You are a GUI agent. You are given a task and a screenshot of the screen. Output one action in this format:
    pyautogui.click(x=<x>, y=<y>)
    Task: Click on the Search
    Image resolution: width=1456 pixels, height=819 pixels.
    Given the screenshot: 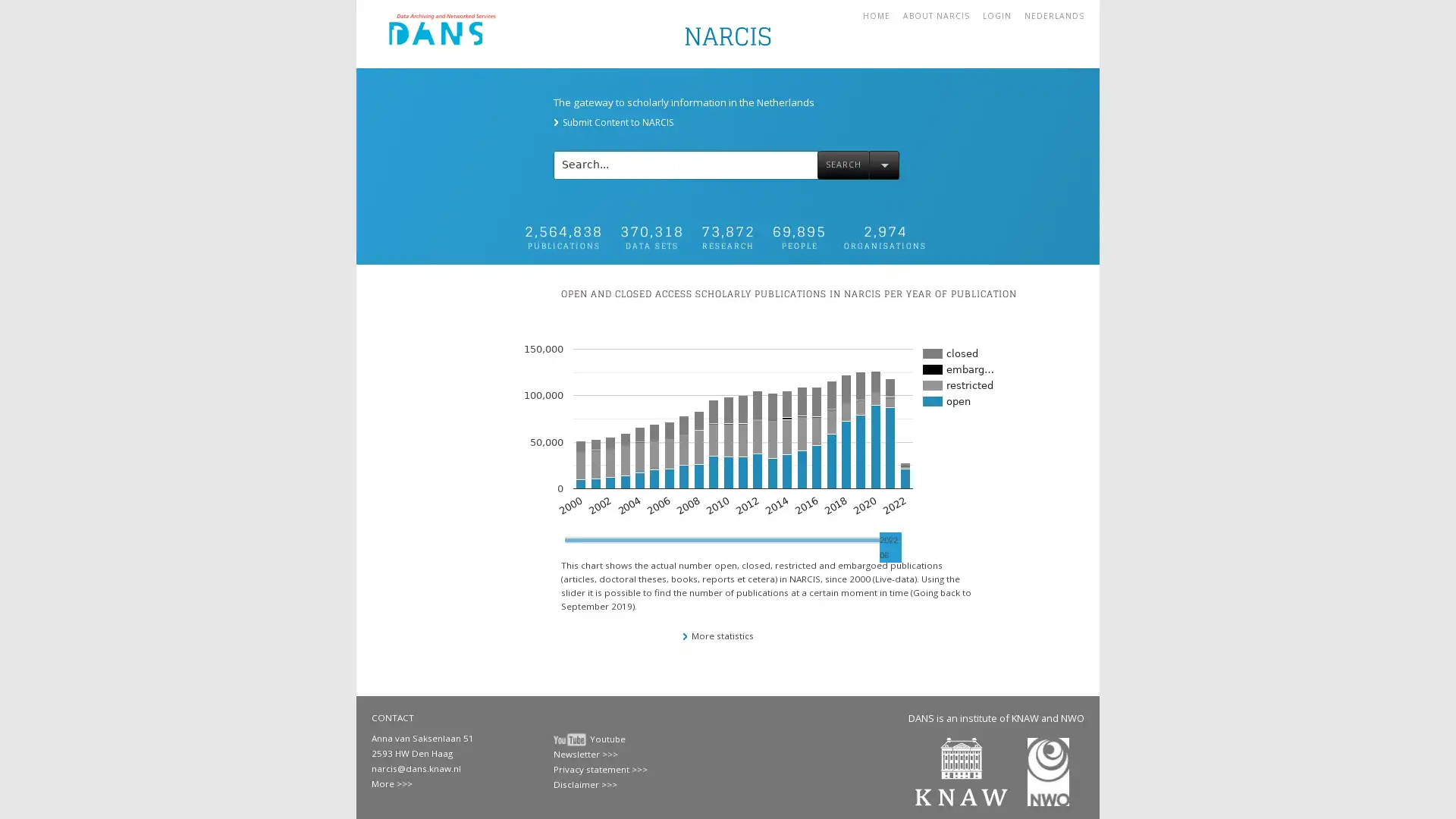 What is the action you would take?
    pyautogui.click(x=843, y=164)
    